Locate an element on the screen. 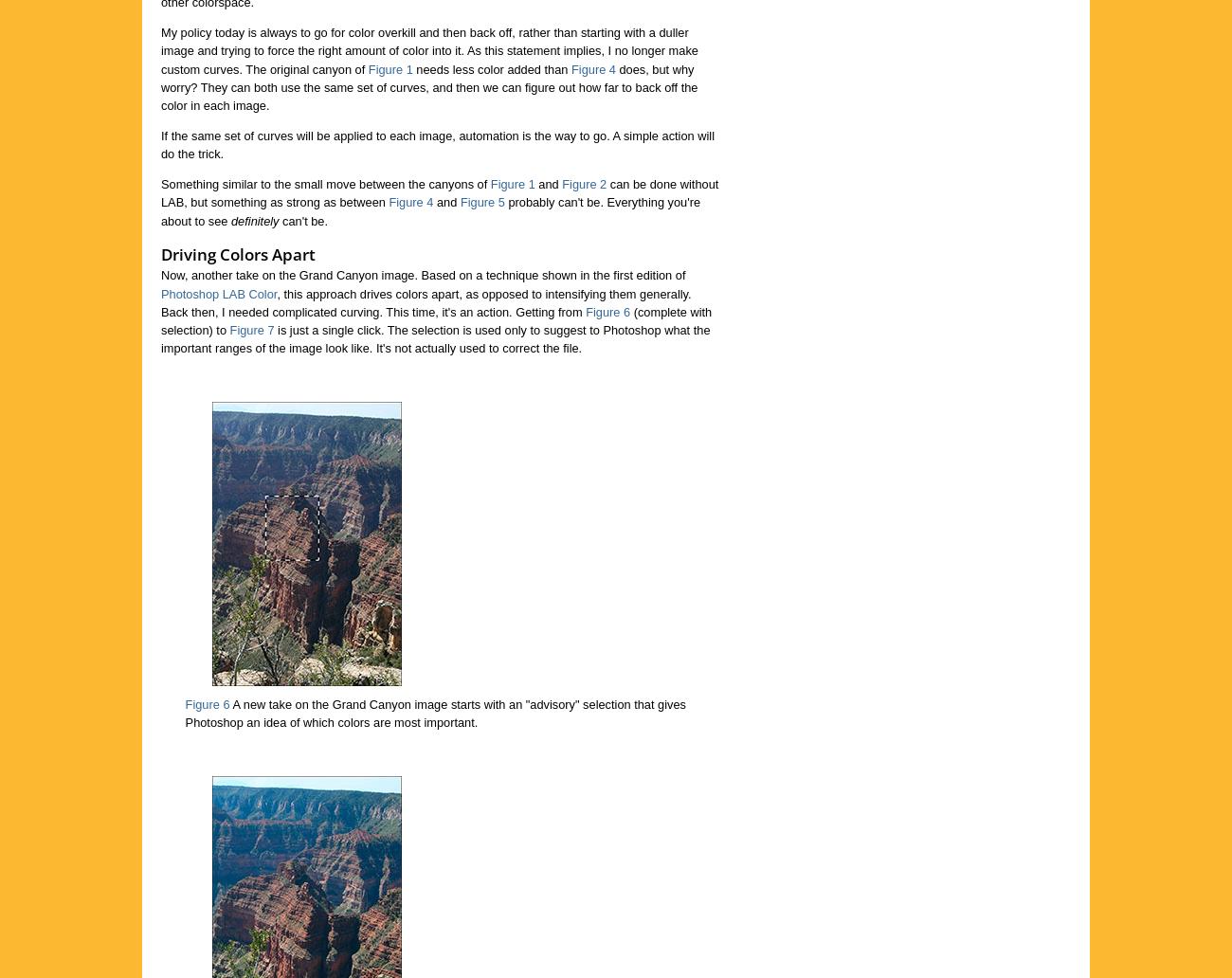  'Figure 5' is located at coordinates (481, 201).